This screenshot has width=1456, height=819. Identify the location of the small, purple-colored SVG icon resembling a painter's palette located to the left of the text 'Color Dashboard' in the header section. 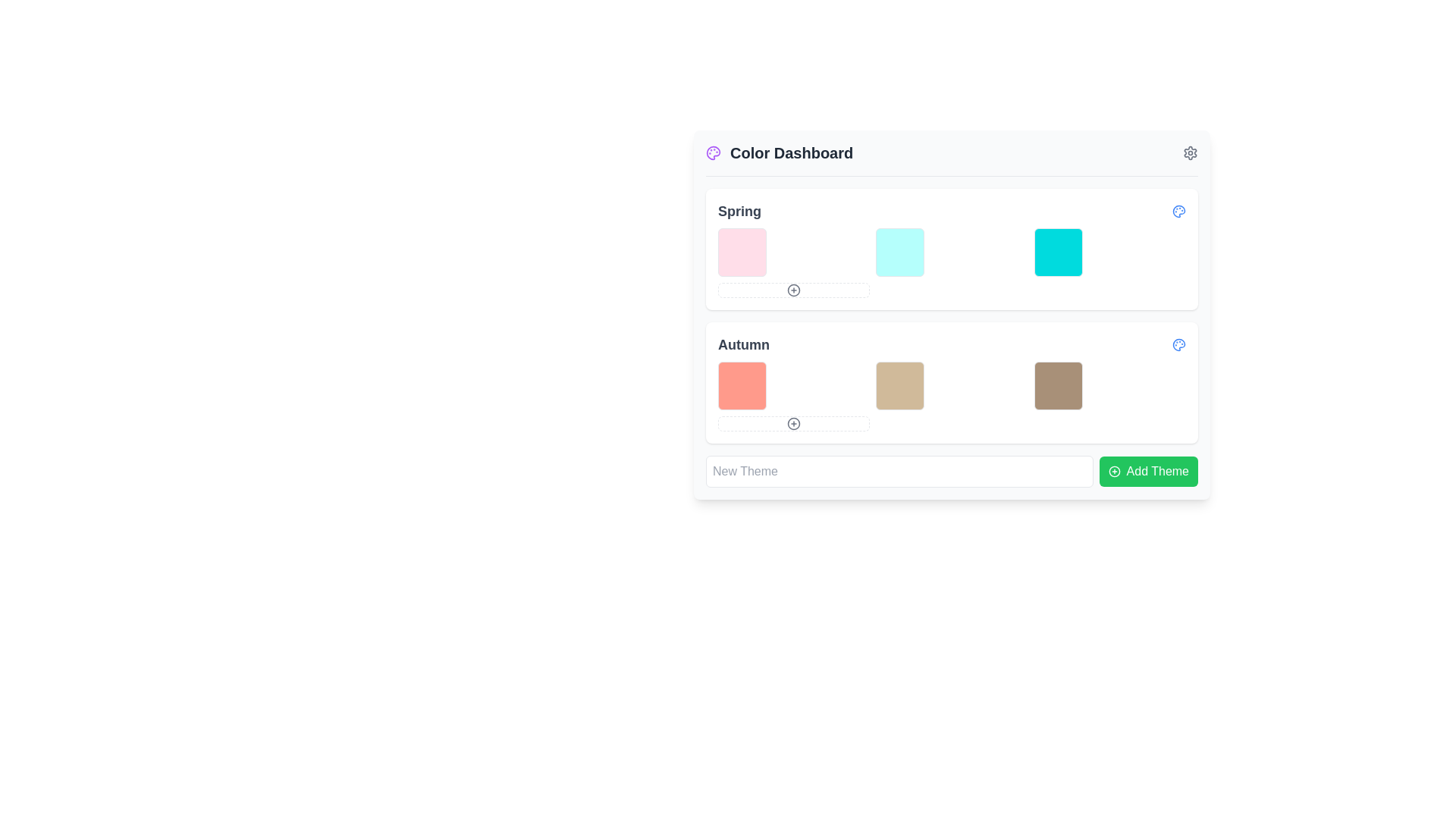
(712, 152).